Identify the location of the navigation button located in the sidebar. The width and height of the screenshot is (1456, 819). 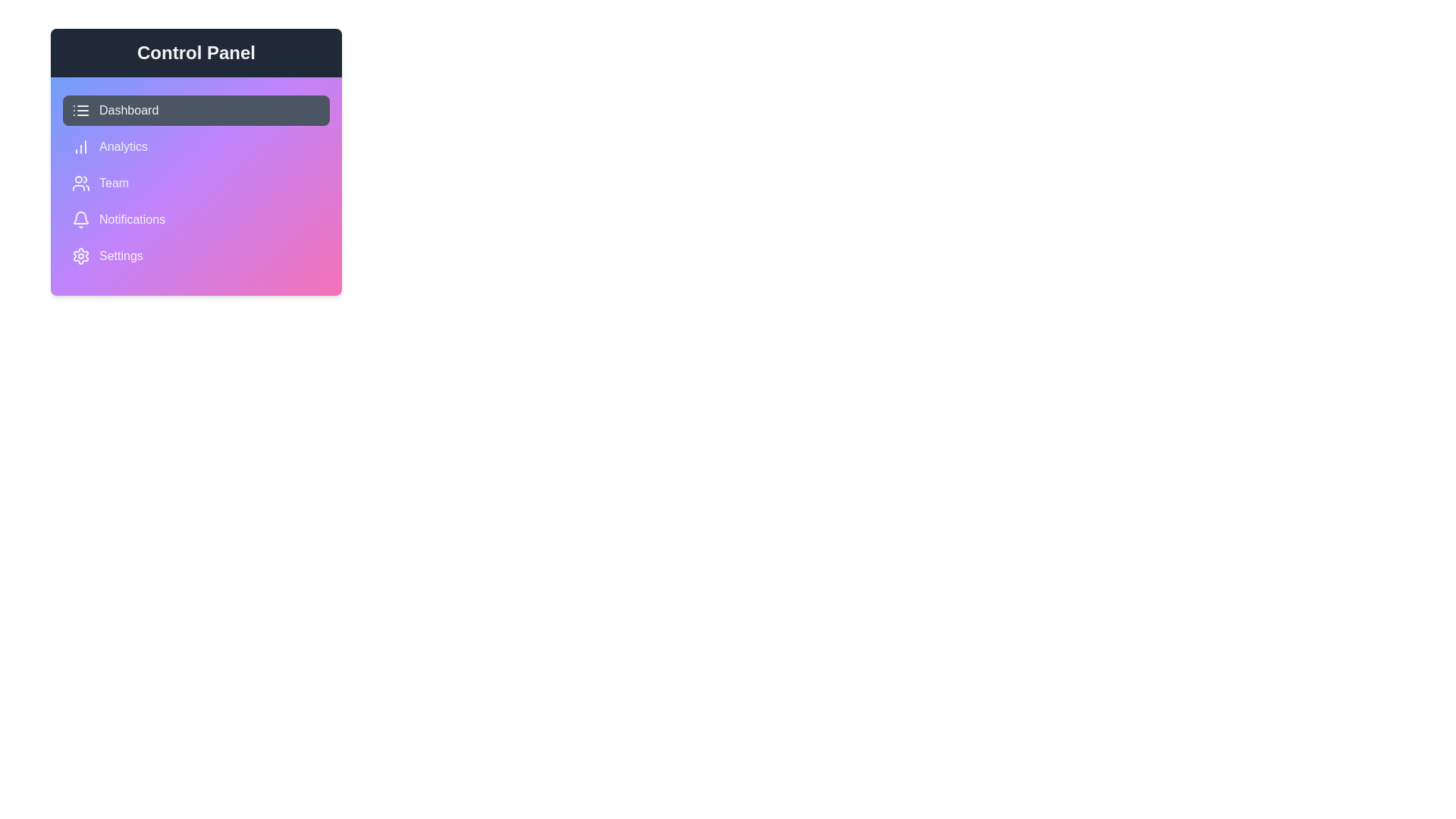
(196, 183).